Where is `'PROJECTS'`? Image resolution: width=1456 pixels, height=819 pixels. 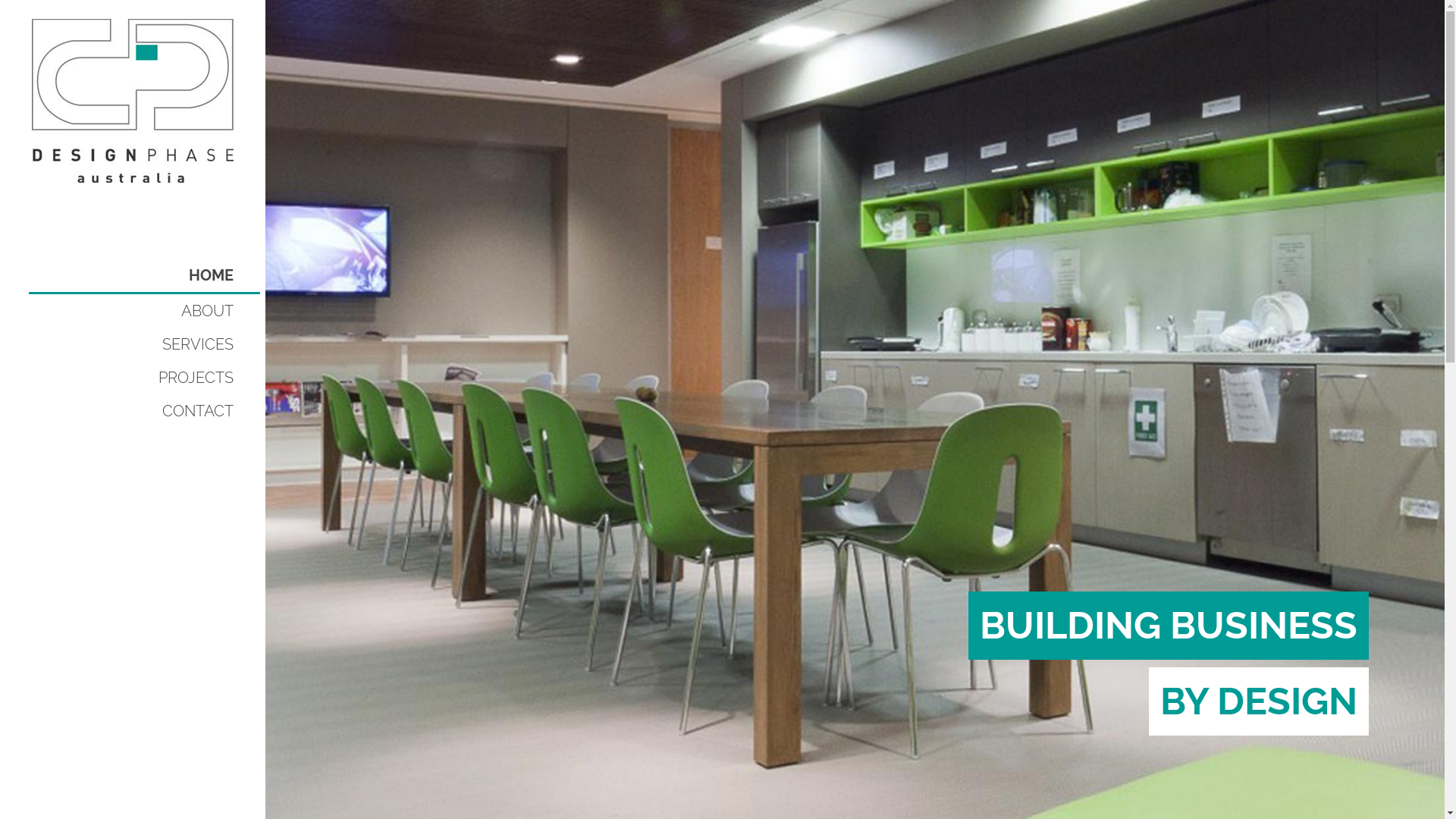 'PROJECTS' is located at coordinates (144, 376).